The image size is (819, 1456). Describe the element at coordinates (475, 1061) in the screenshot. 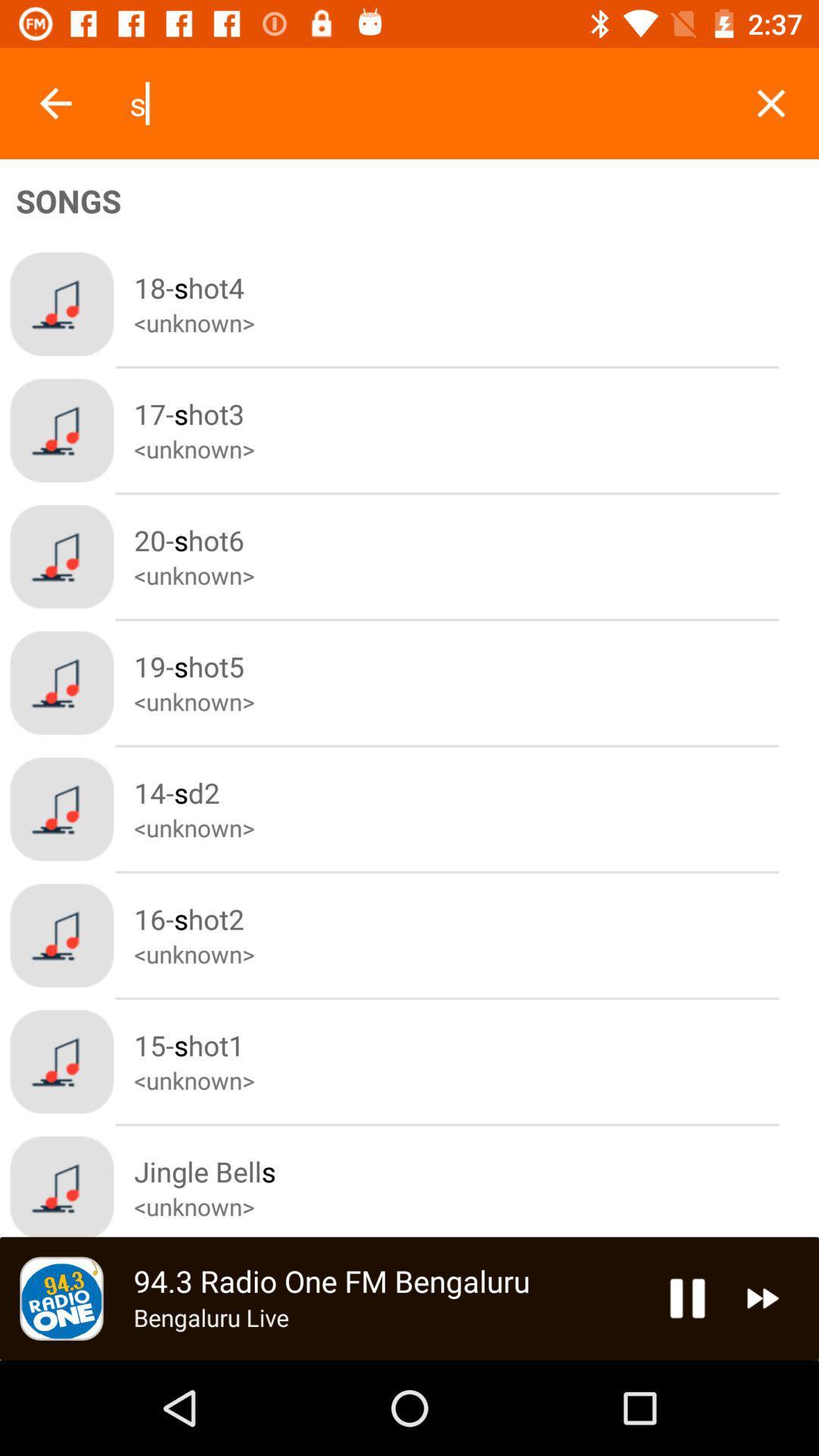

I see `option above jingle bells` at that location.